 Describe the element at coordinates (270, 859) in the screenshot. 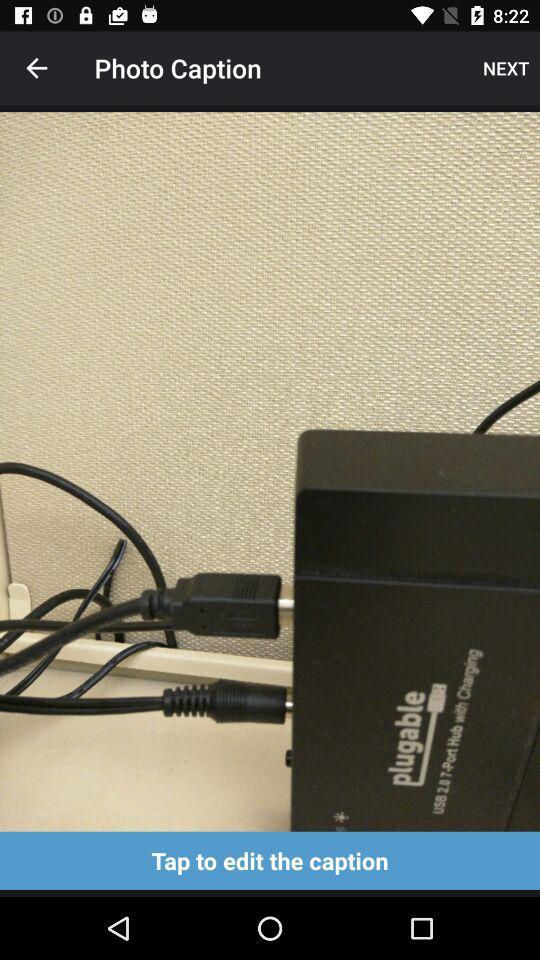

I see `edit the photo 's caption` at that location.